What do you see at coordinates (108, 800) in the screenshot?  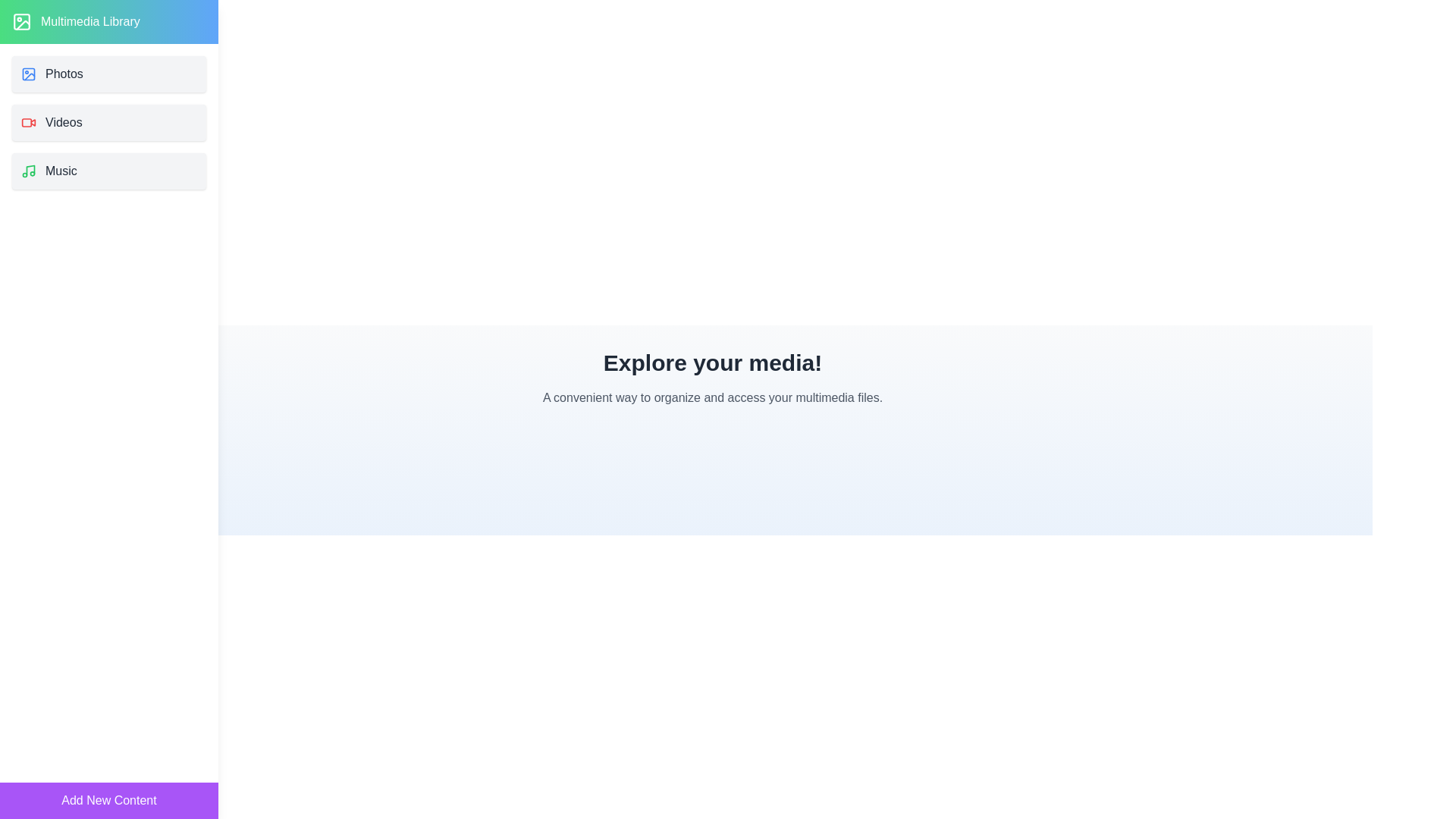 I see `the 'Add New Content' button to add new content` at bounding box center [108, 800].